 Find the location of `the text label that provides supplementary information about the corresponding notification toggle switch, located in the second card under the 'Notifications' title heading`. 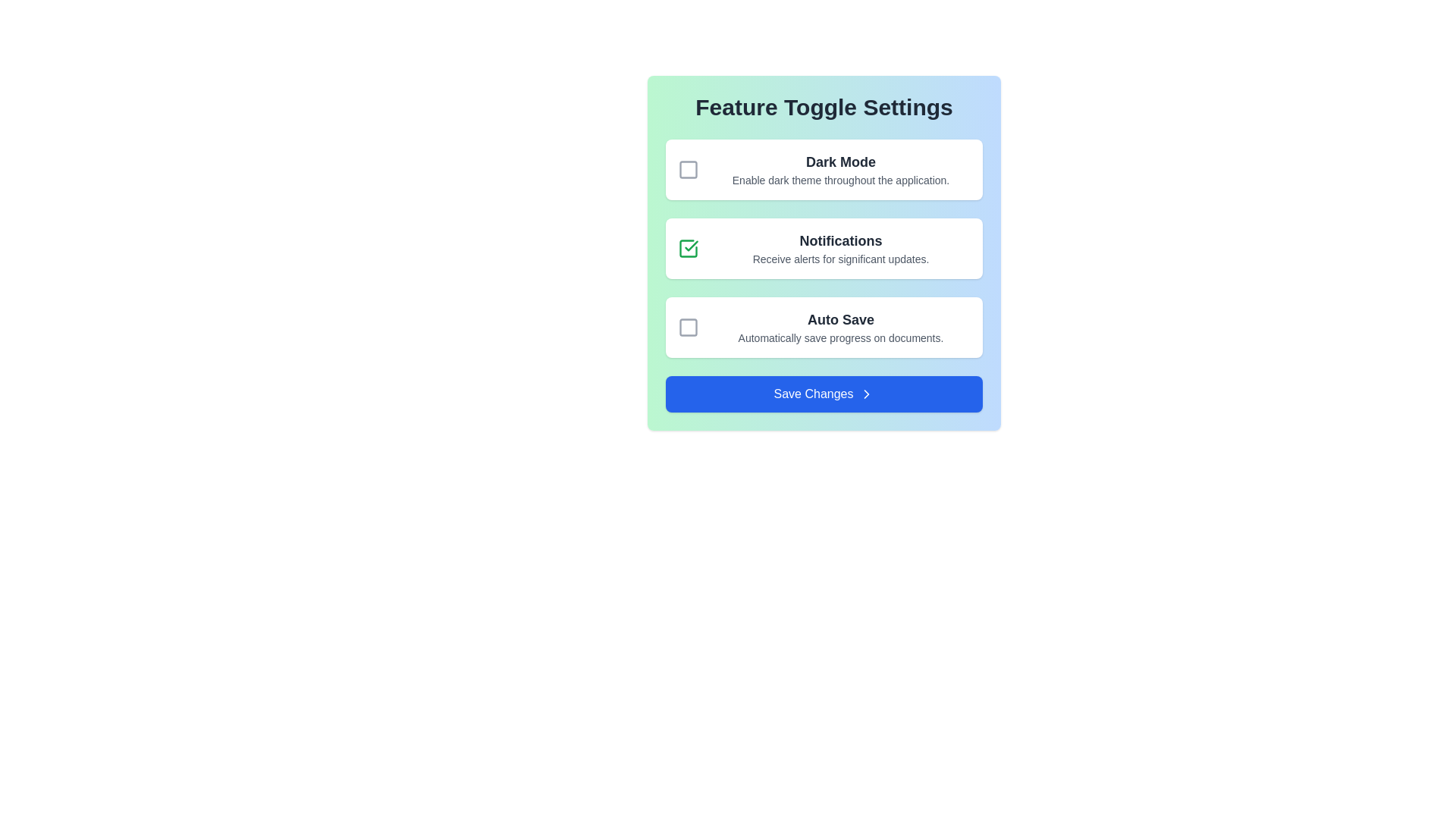

the text label that provides supplementary information about the corresponding notification toggle switch, located in the second card under the 'Notifications' title heading is located at coordinates (839, 259).